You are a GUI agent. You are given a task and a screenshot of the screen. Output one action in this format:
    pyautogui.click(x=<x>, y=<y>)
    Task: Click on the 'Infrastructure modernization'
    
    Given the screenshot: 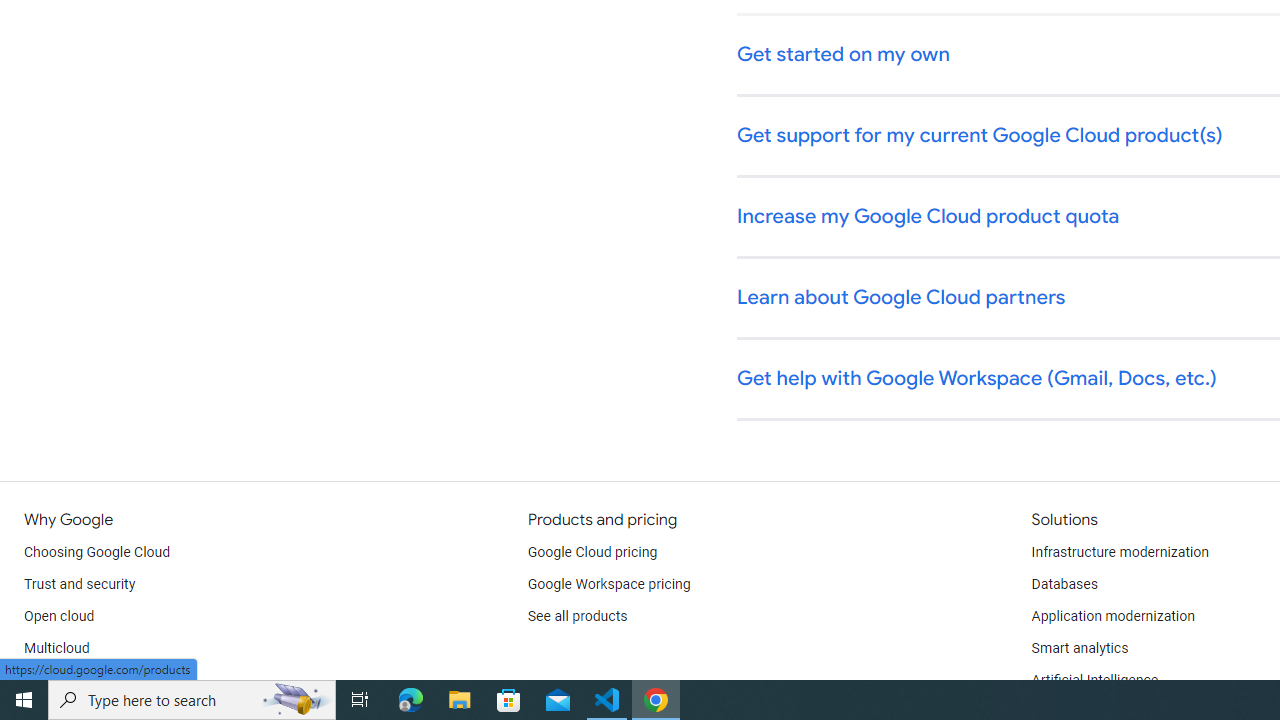 What is the action you would take?
    pyautogui.click(x=1120, y=552)
    